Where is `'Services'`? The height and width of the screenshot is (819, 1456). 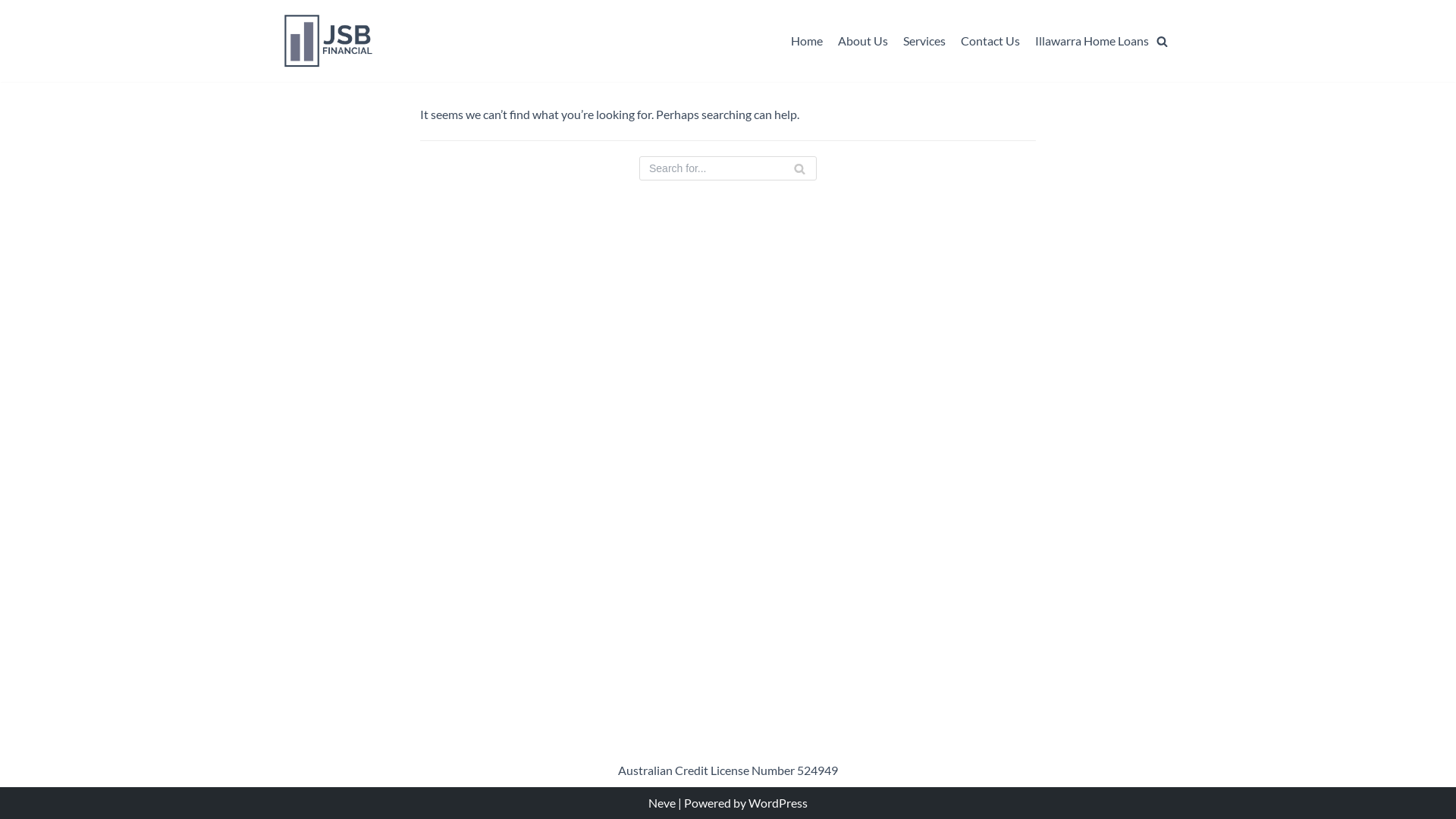 'Services' is located at coordinates (924, 40).